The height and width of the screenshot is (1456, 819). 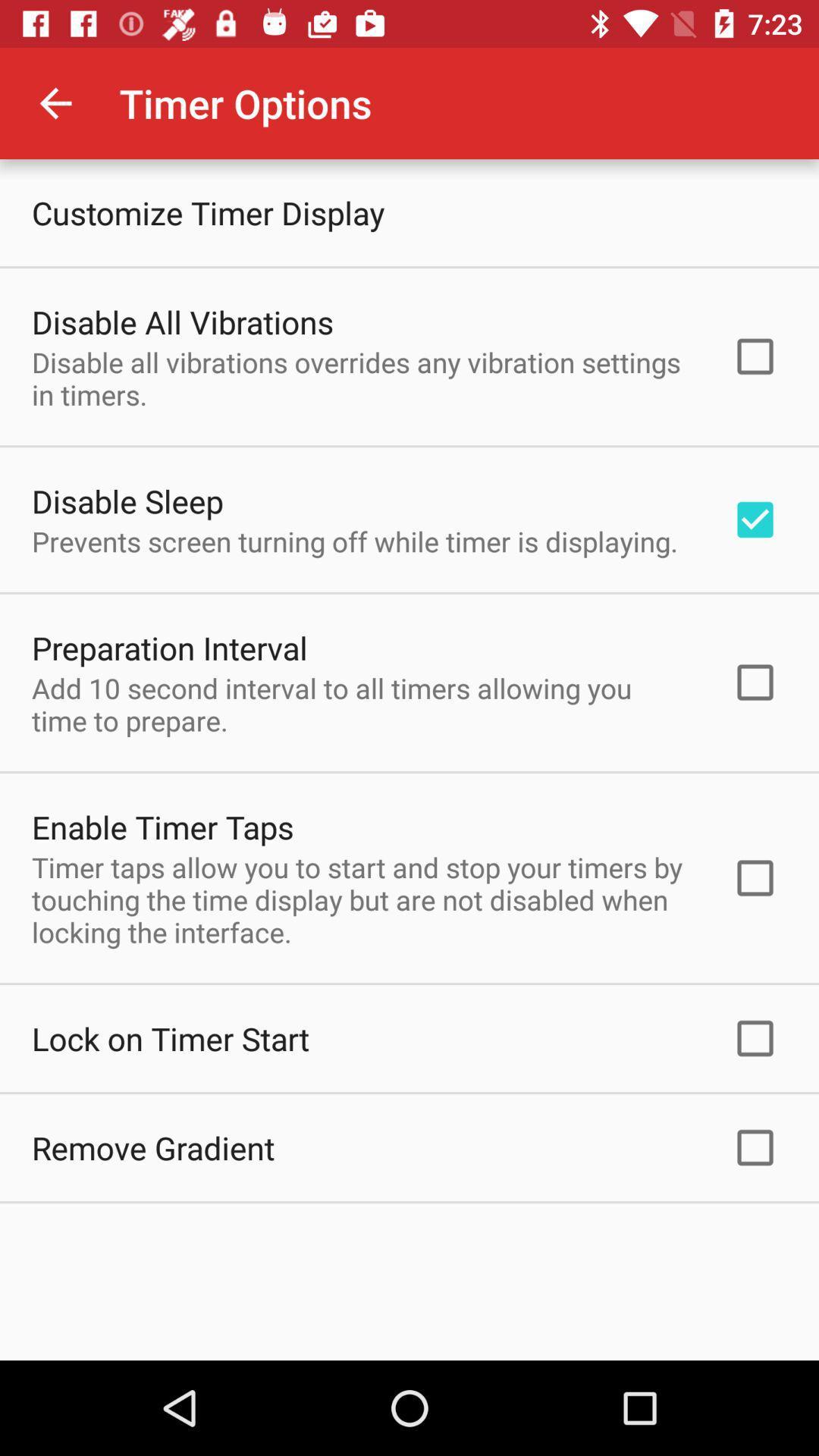 What do you see at coordinates (354, 541) in the screenshot?
I see `the icon above preparation interval item` at bounding box center [354, 541].